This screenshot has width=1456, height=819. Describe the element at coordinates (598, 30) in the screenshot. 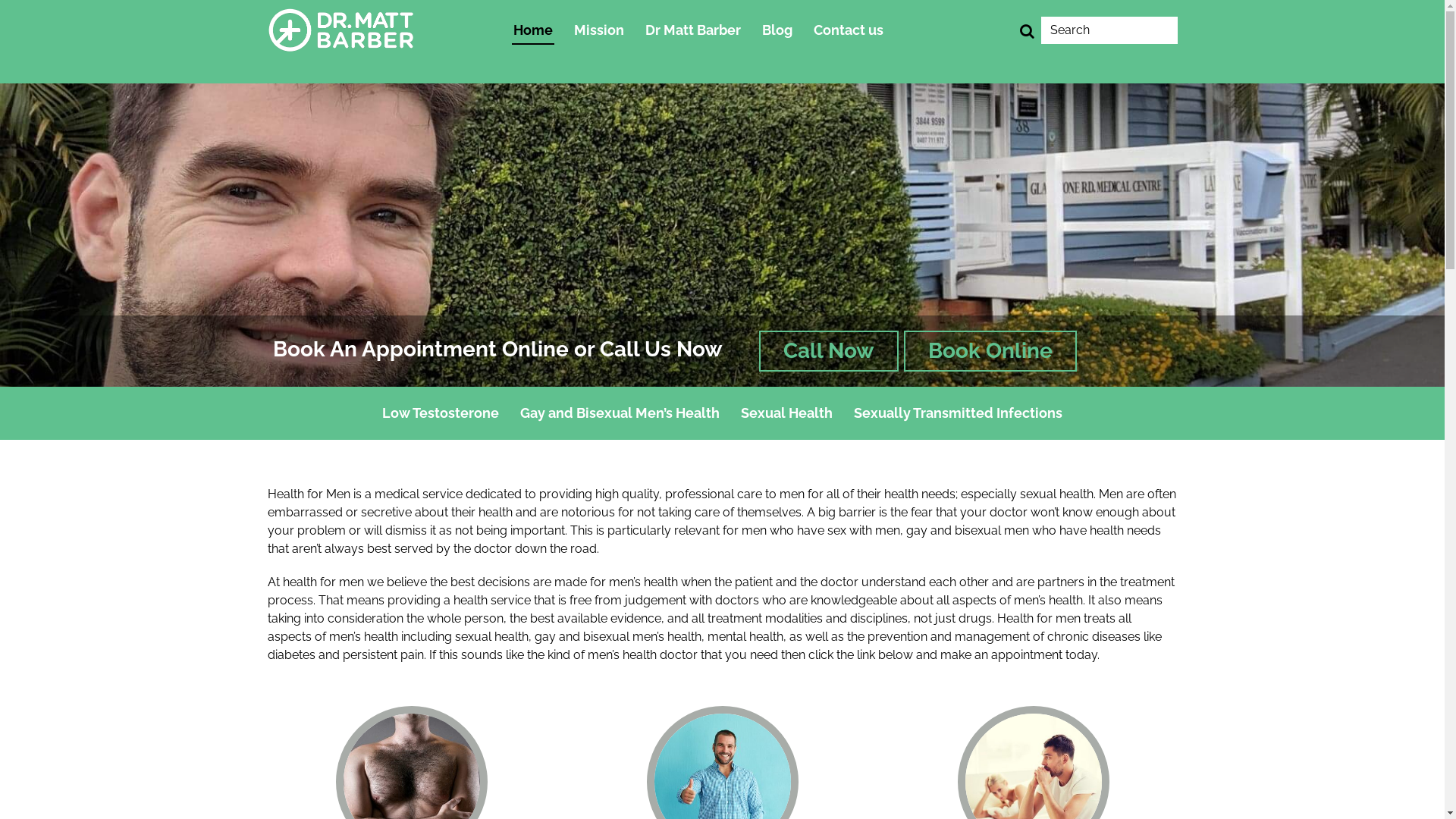

I see `'Mission'` at that location.